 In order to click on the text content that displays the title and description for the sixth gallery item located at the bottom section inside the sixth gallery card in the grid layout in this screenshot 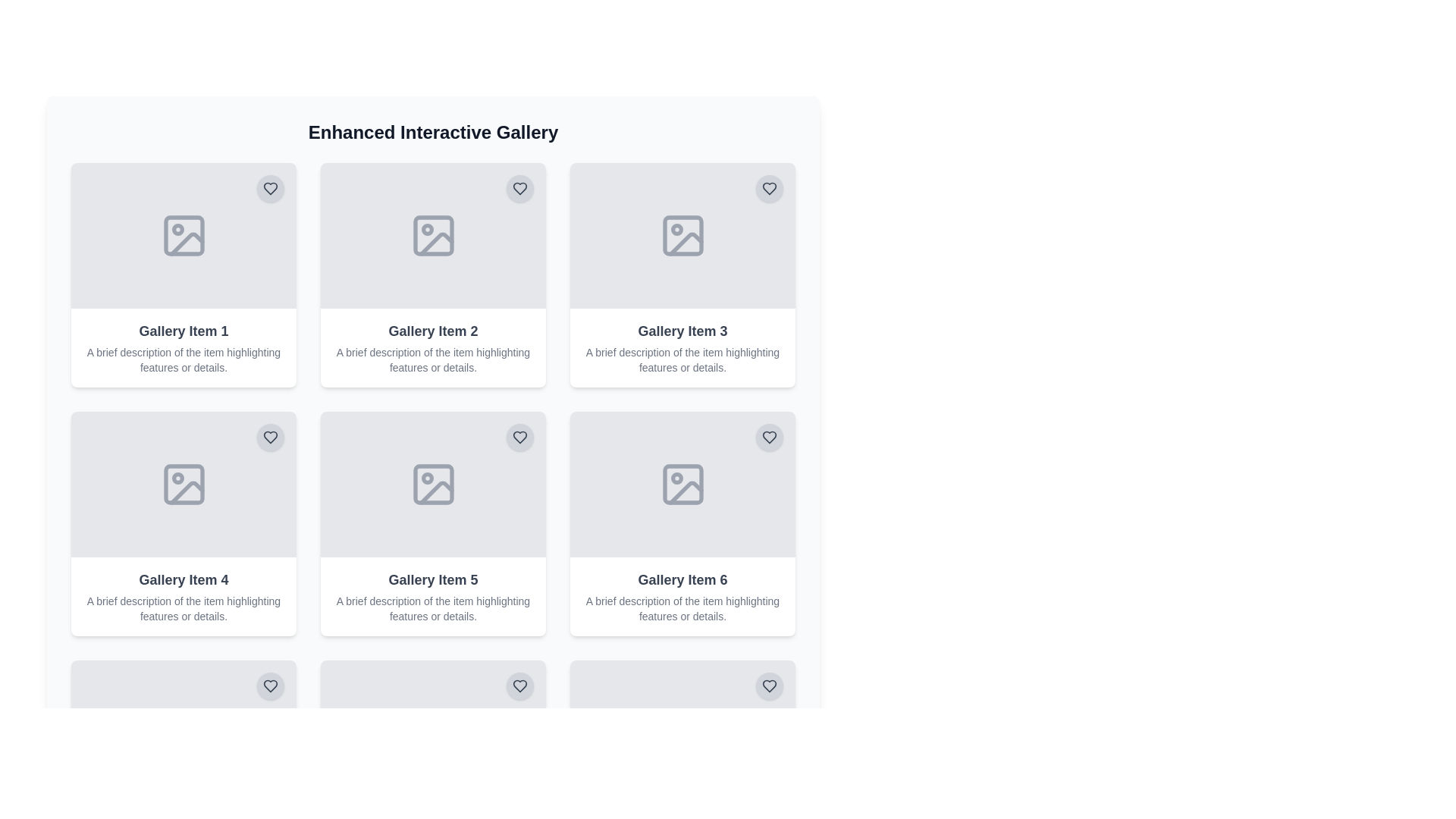, I will do `click(682, 595)`.